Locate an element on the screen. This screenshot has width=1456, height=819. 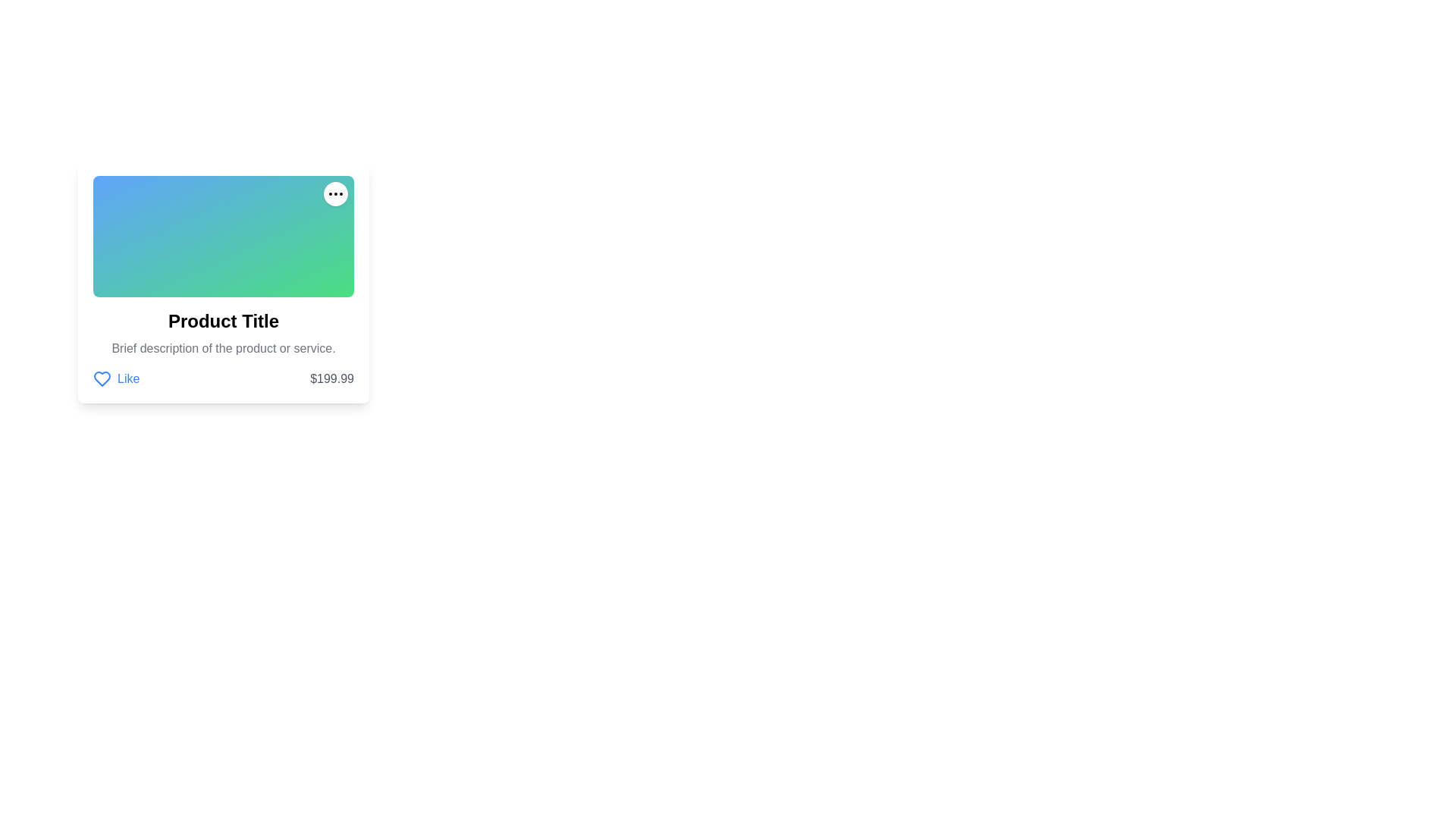
the heart-shaped icon with a thin blue outline located in the lower-left region of the card component, adjacent to the 'Like' text label is located at coordinates (101, 378).